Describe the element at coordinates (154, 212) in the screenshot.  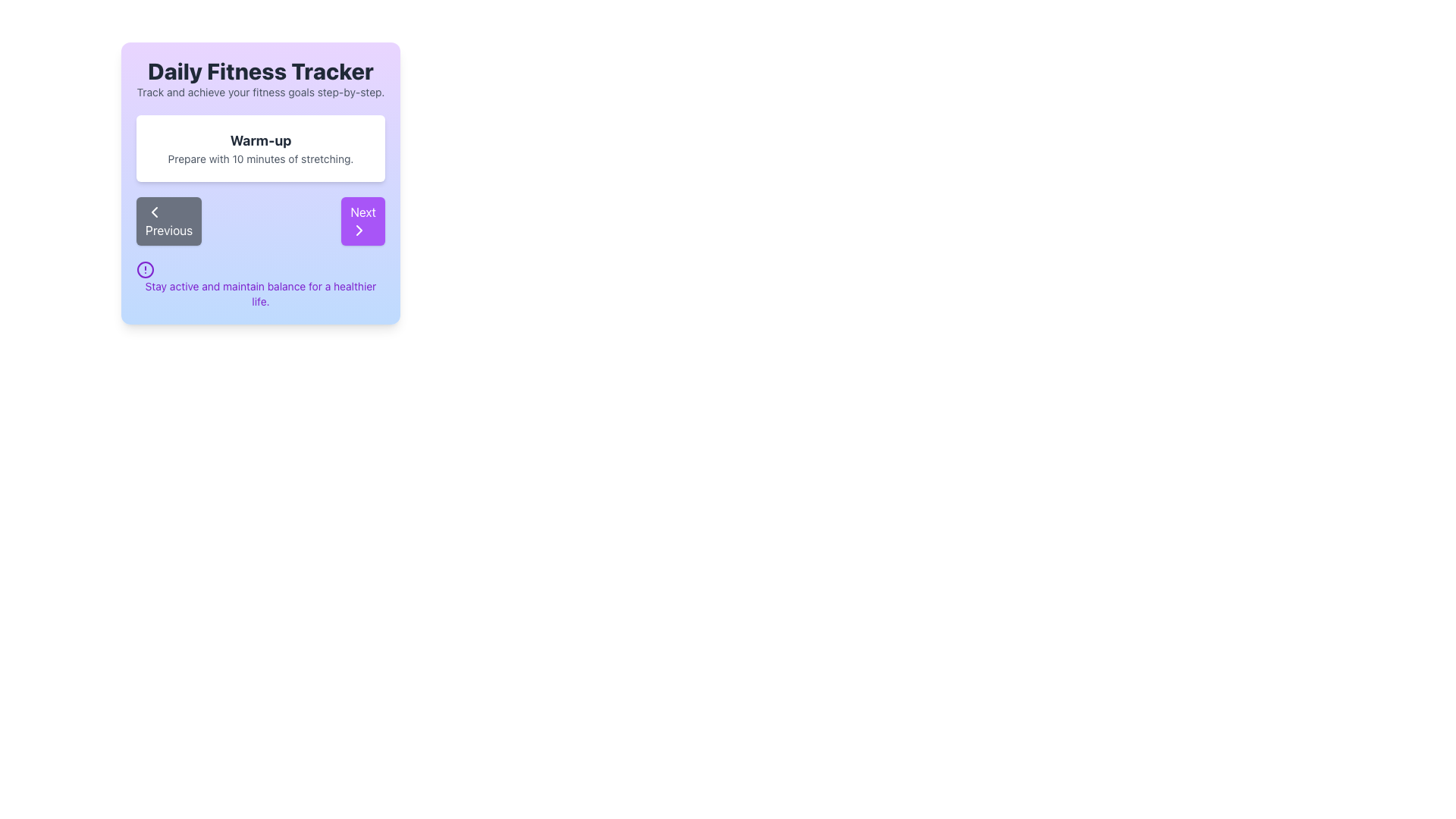
I see `the left arrow icon within the 'Previous' button` at that location.